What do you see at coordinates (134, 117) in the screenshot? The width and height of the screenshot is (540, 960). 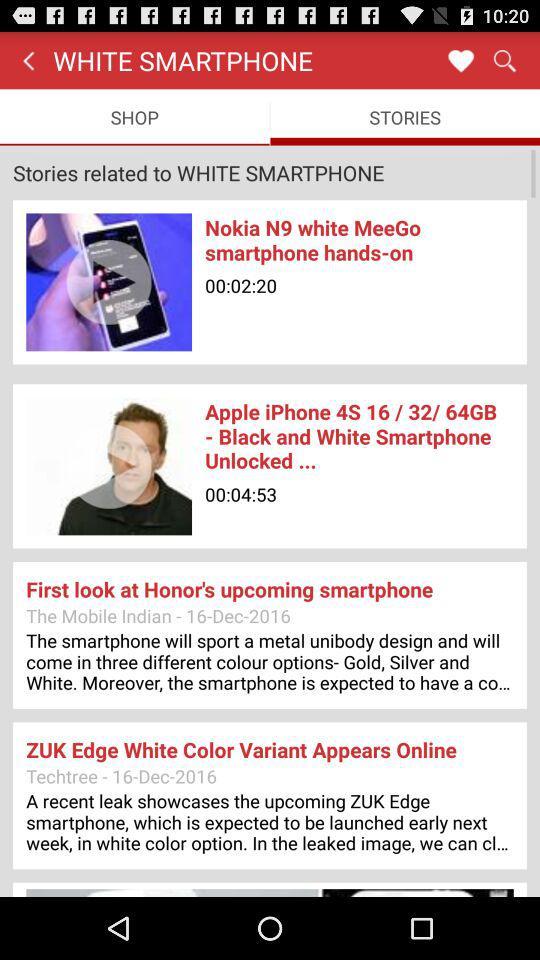 I see `the shop item` at bounding box center [134, 117].